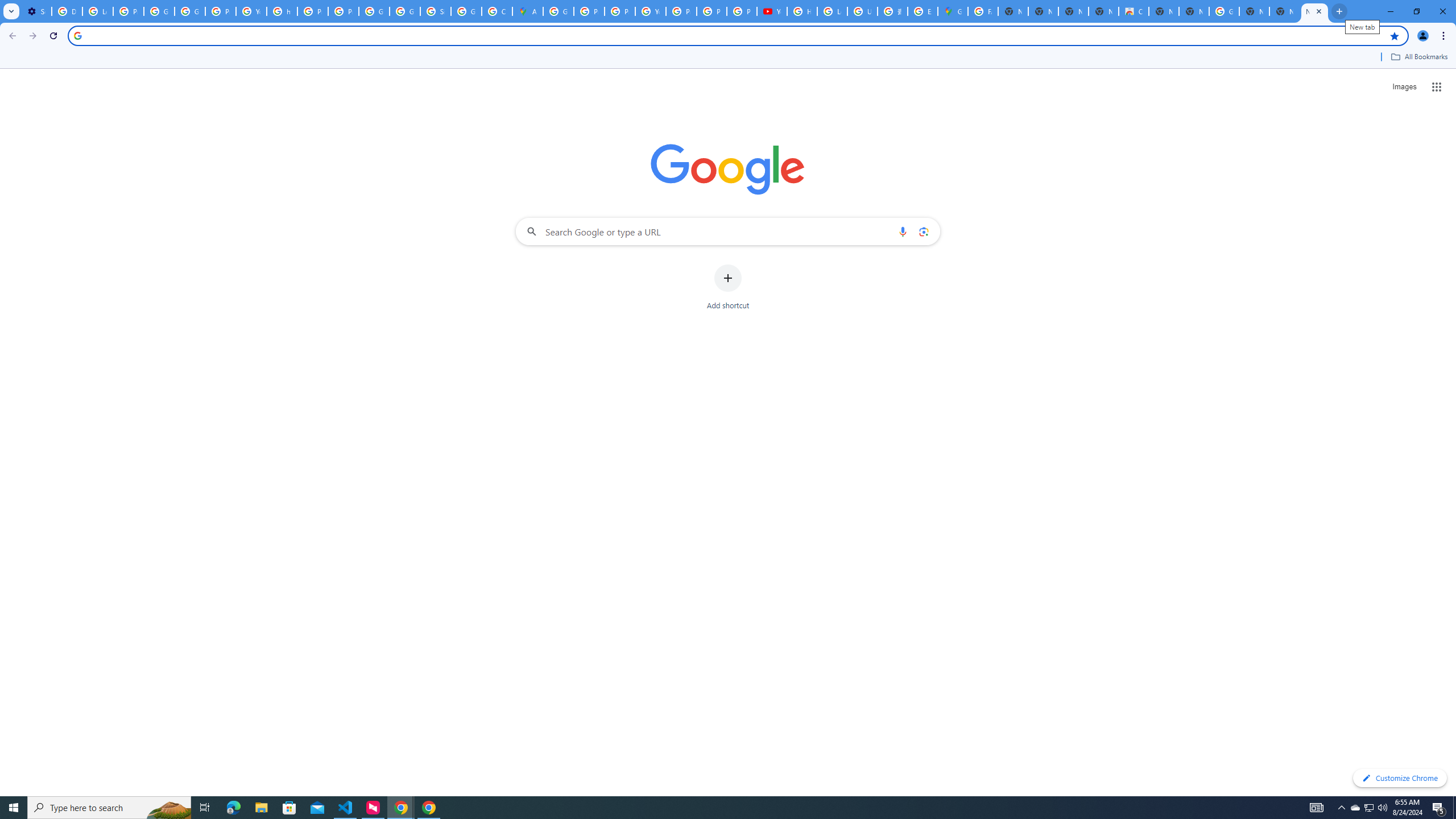 Image resolution: width=1456 pixels, height=819 pixels. I want to click on 'Search tabs', so click(11, 11).